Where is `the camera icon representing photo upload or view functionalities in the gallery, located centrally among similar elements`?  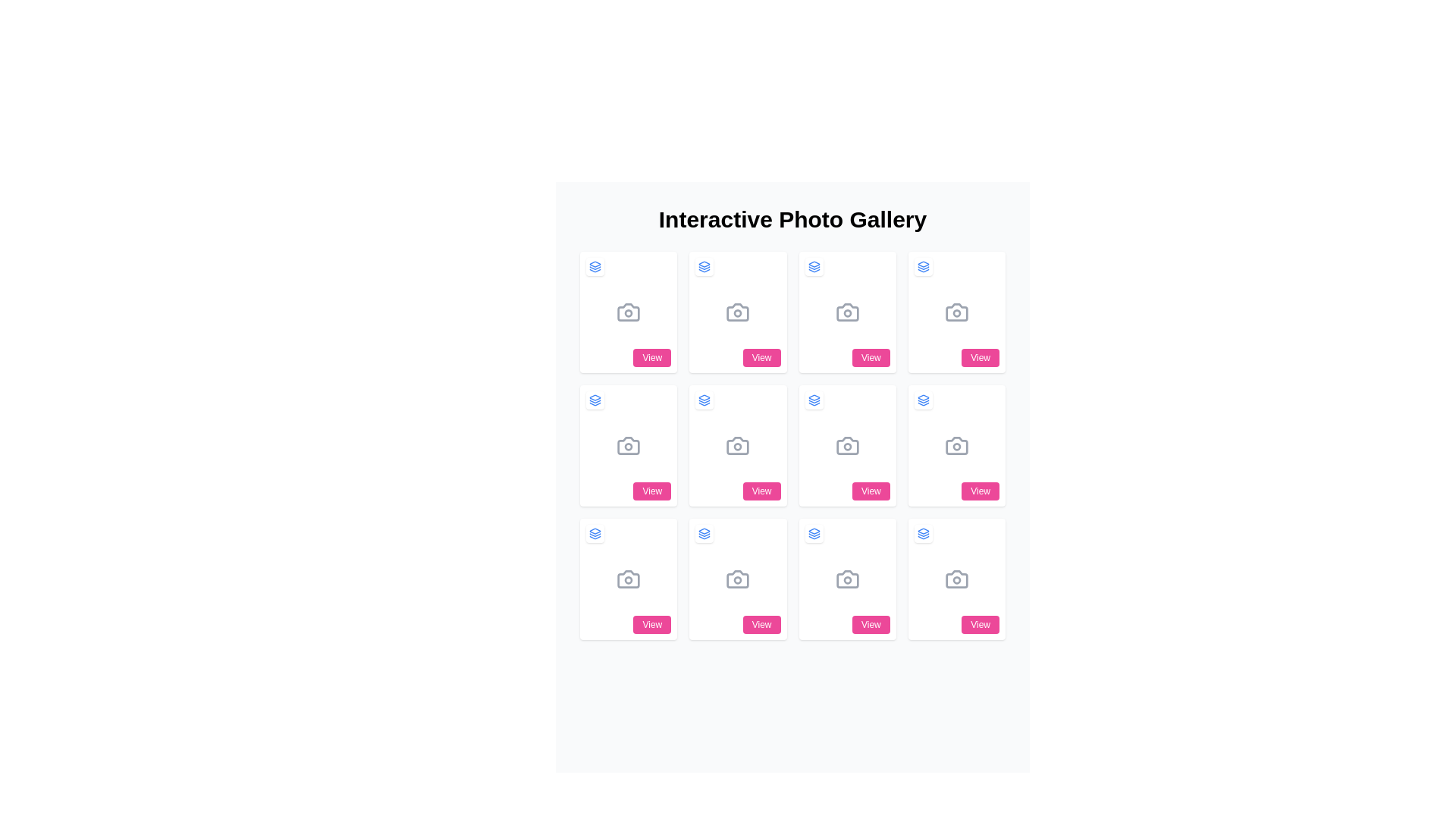 the camera icon representing photo upload or view functionalities in the gallery, located centrally among similar elements is located at coordinates (738, 312).